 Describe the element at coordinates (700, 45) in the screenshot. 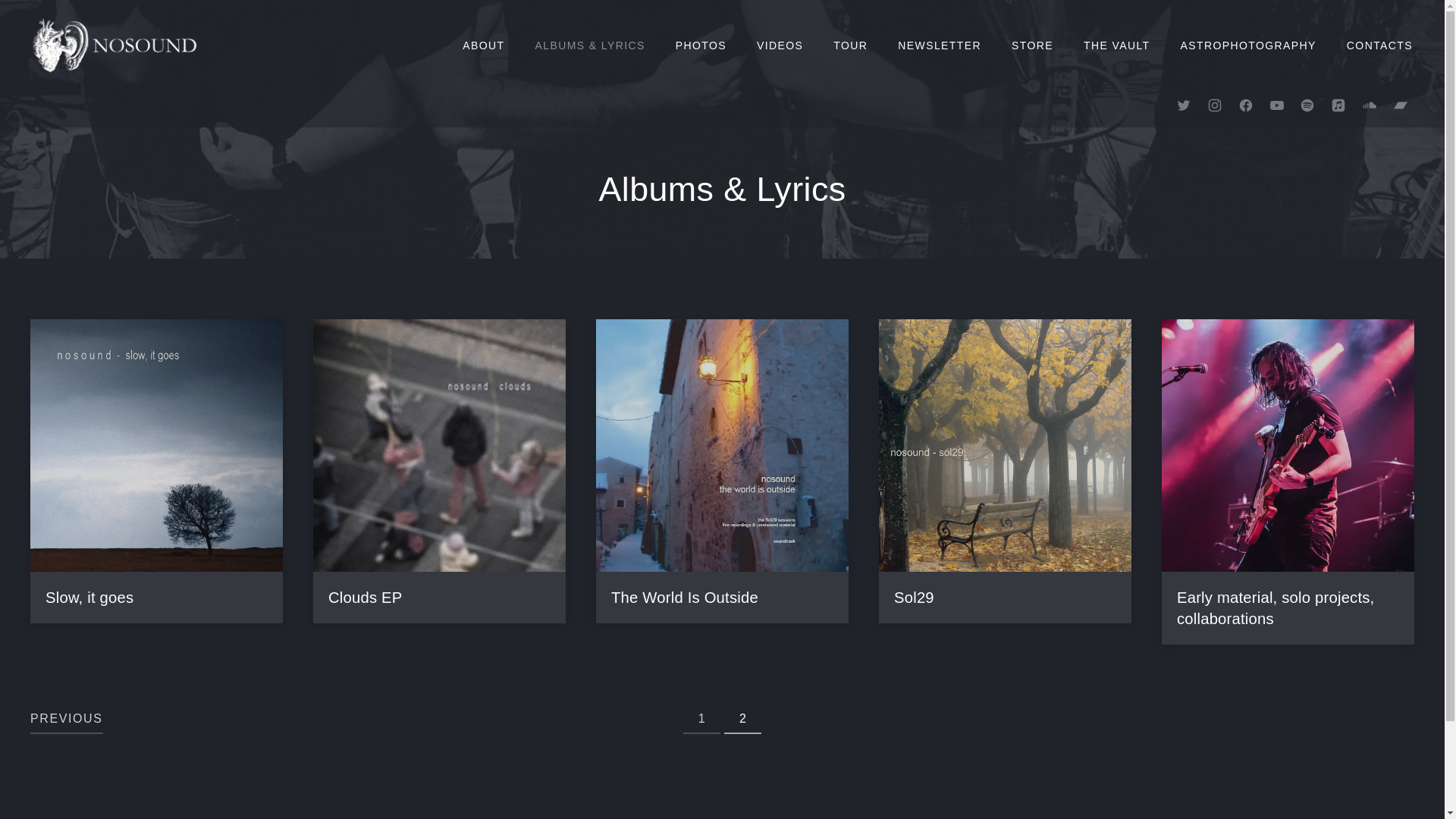

I see `'PHOTOS'` at that location.